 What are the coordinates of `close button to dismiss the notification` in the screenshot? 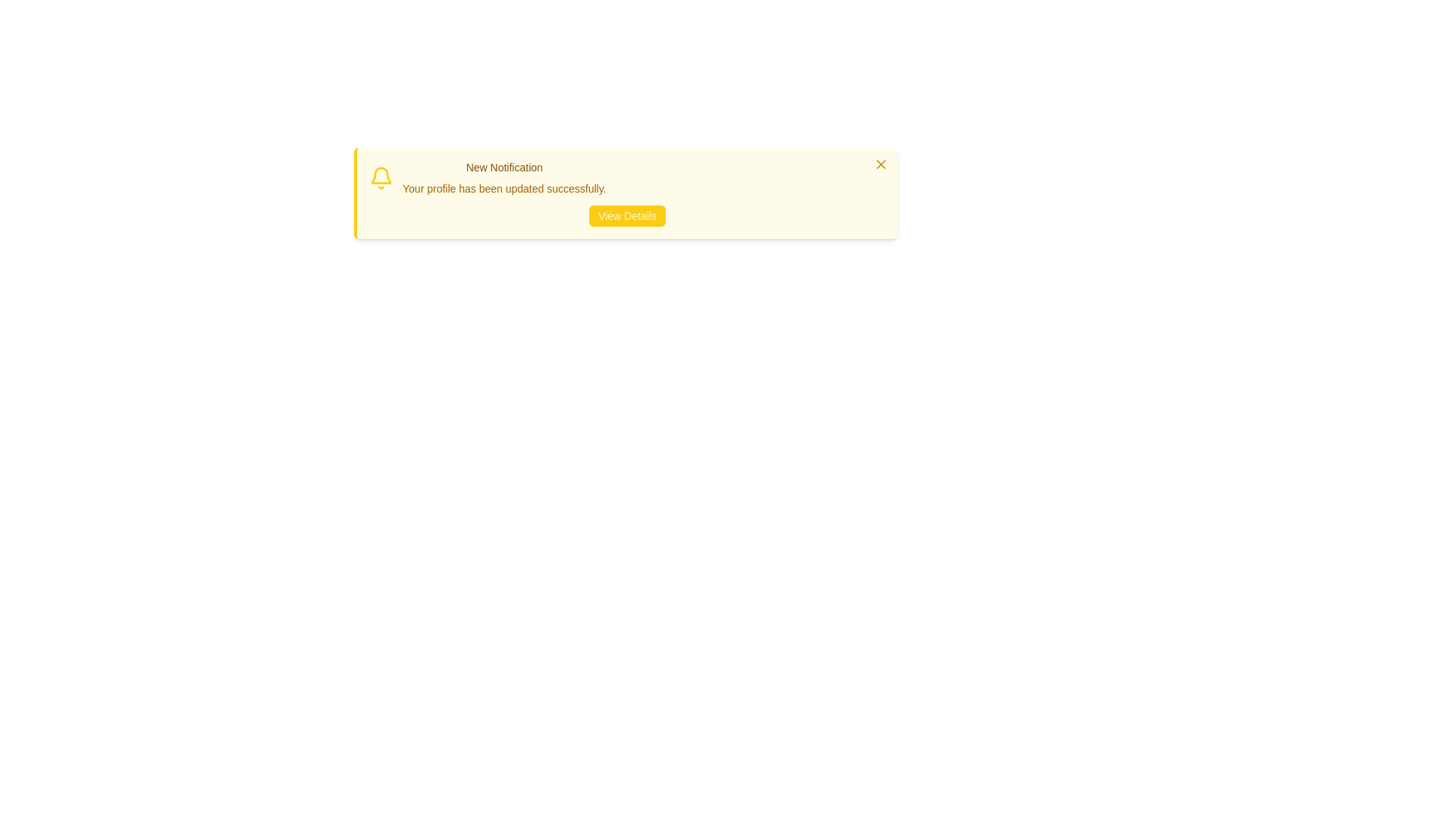 It's located at (880, 164).